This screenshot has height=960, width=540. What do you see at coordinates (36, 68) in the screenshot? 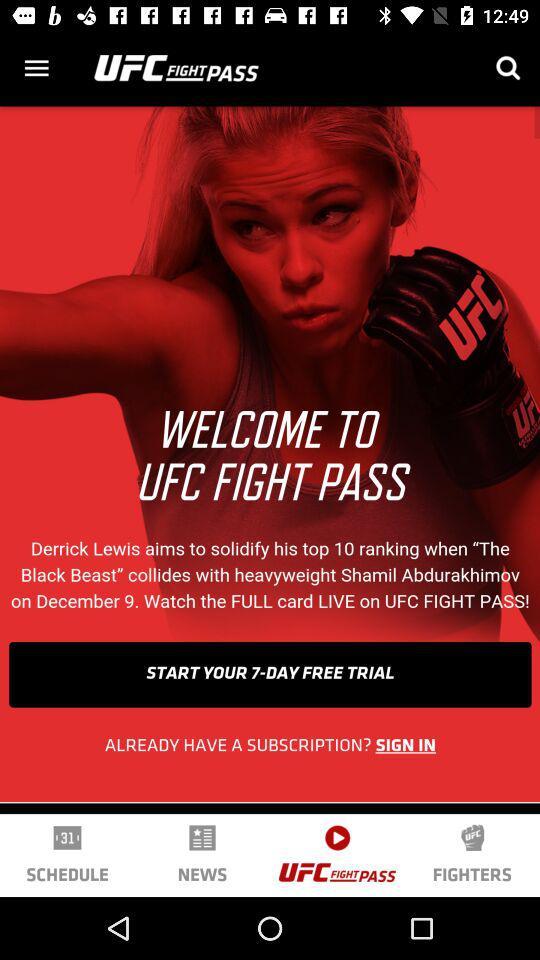
I see `menu` at bounding box center [36, 68].